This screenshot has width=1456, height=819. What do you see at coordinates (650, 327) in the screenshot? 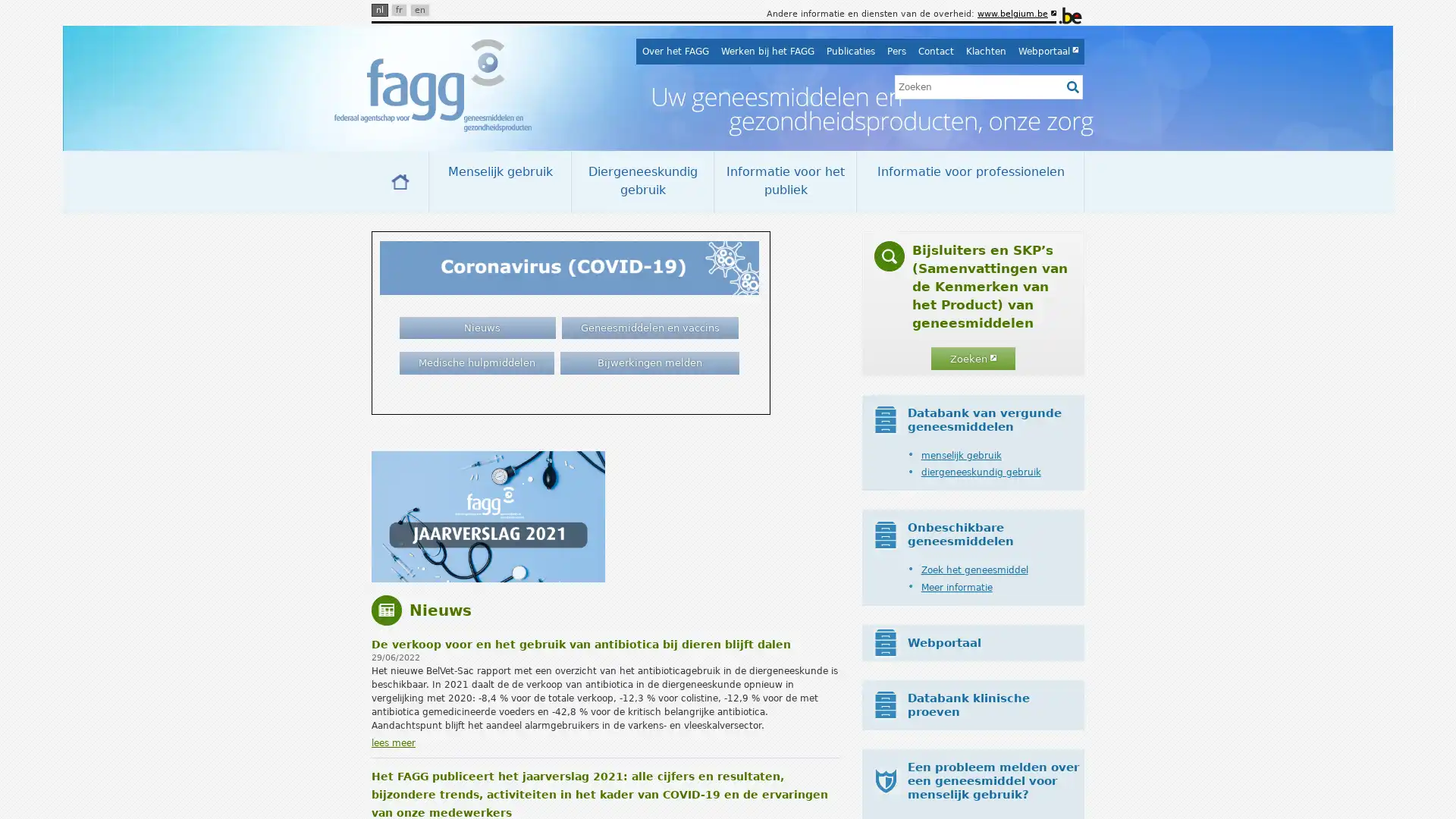
I see `Geneesmiddelen en vaccins` at bounding box center [650, 327].